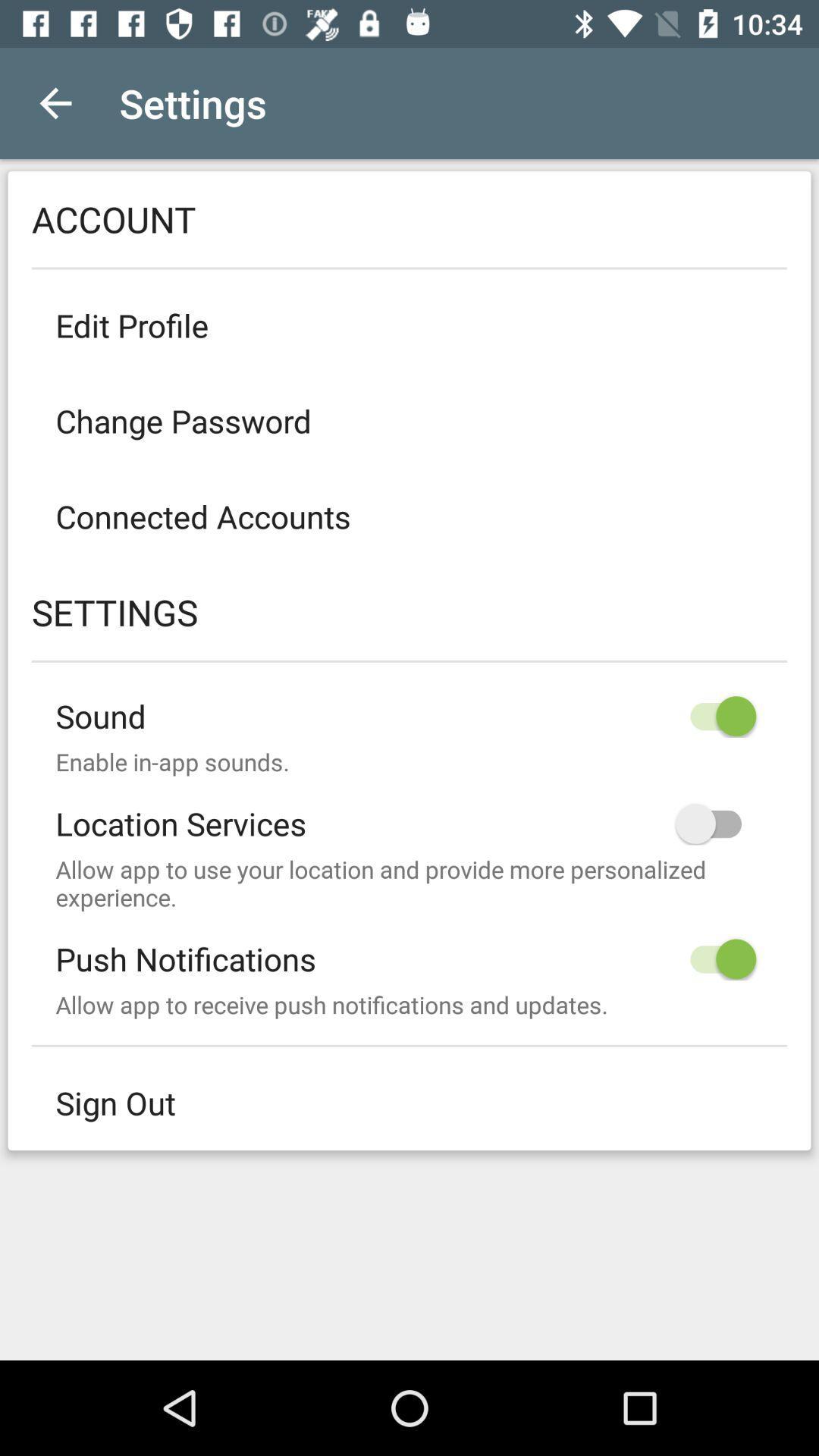 The height and width of the screenshot is (1456, 819). Describe the element at coordinates (409, 324) in the screenshot. I see `edit profile icon` at that location.